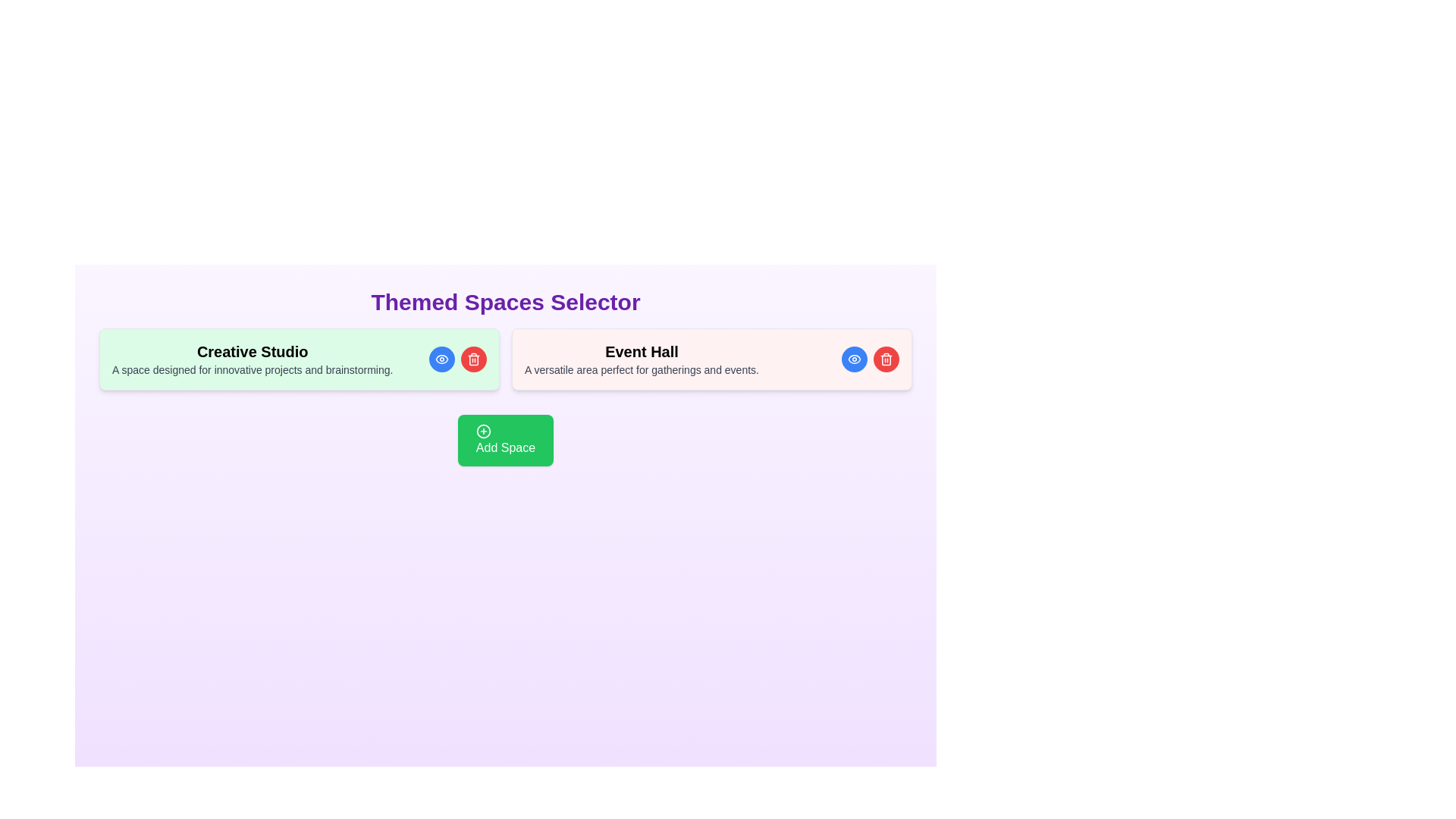 The height and width of the screenshot is (819, 1456). I want to click on the descriptive text element providing details about the 'Event Hall', which is positioned below the main title 'Event Hall' and centrally aligned, so click(642, 370).